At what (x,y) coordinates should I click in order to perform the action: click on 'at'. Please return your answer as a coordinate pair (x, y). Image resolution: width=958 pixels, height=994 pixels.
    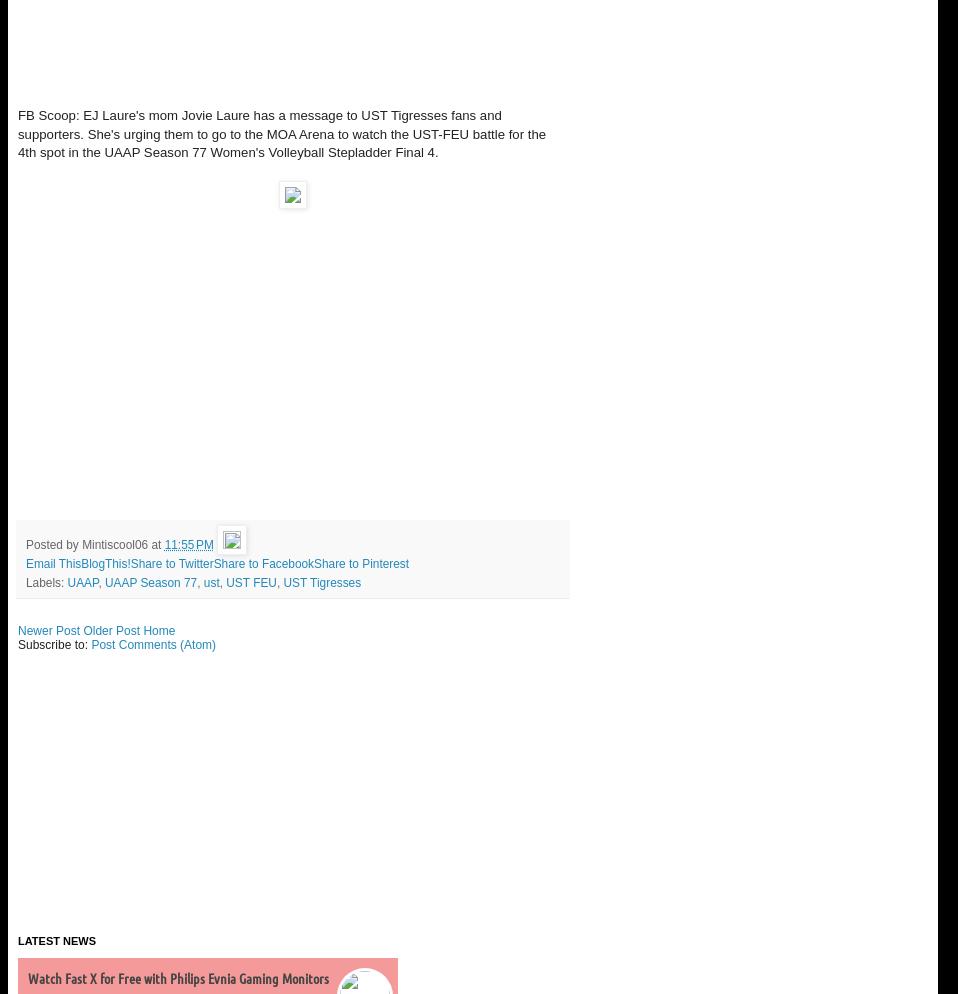
    Looking at the image, I should click on (150, 544).